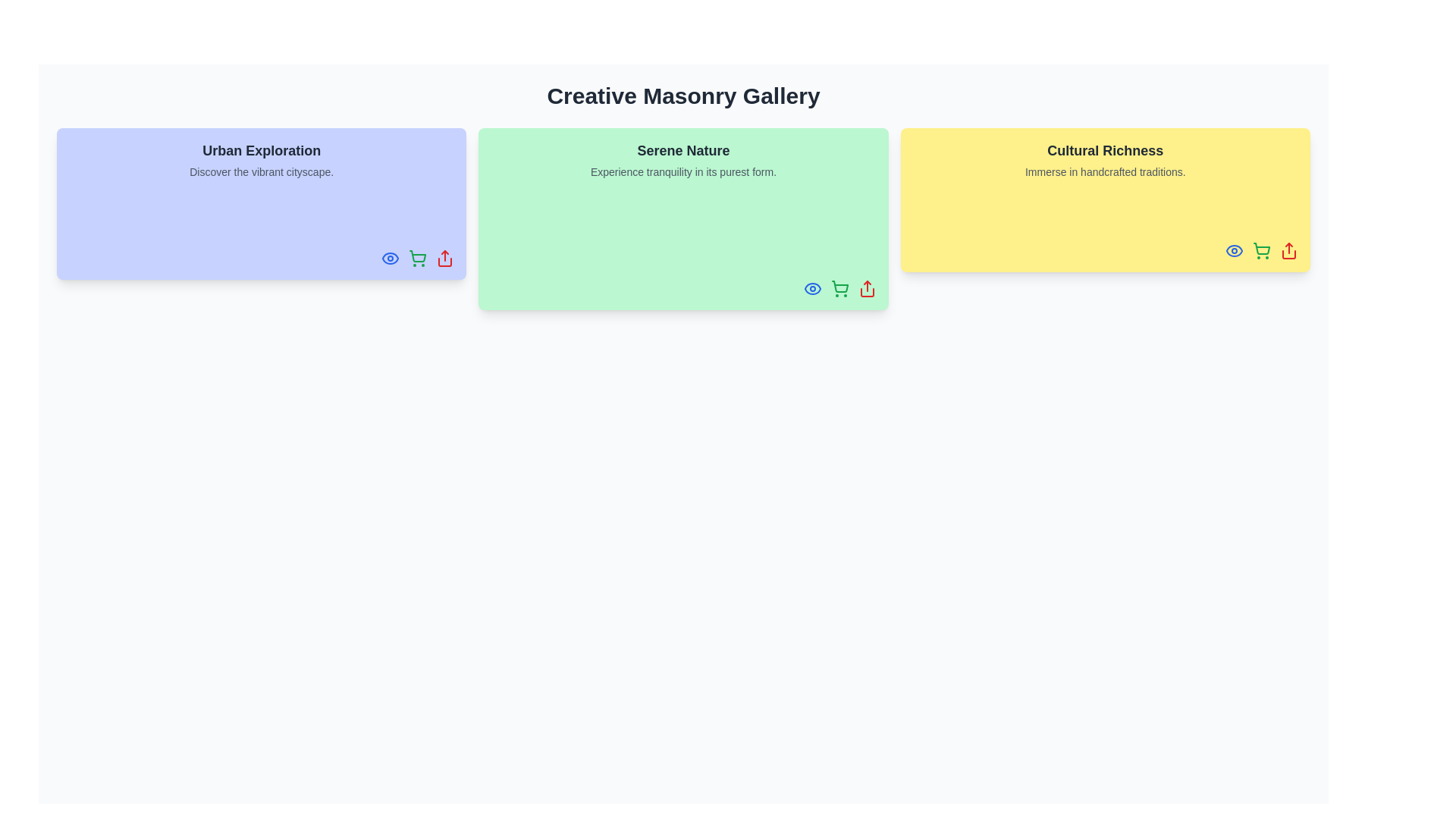 The width and height of the screenshot is (1456, 819). I want to click on the shopping cart or favorite icon located in the middle of the second card titled 'Serene Nature', which is the second icon in a sequence of three at the bottom-right corner, so click(839, 289).